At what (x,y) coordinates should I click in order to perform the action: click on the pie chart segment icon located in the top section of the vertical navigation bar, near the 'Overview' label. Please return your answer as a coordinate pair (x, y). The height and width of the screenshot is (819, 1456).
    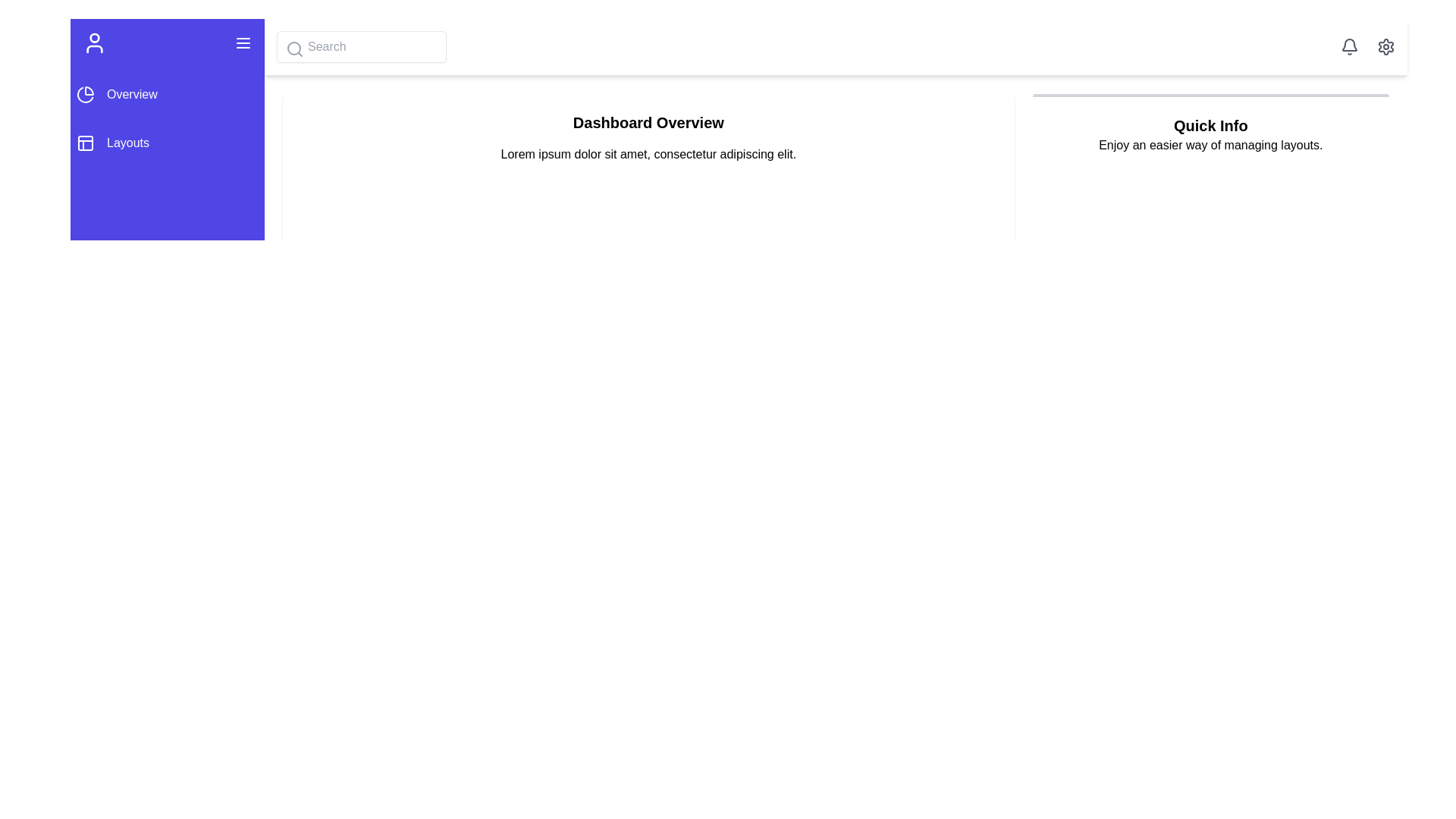
    Looking at the image, I should click on (84, 95).